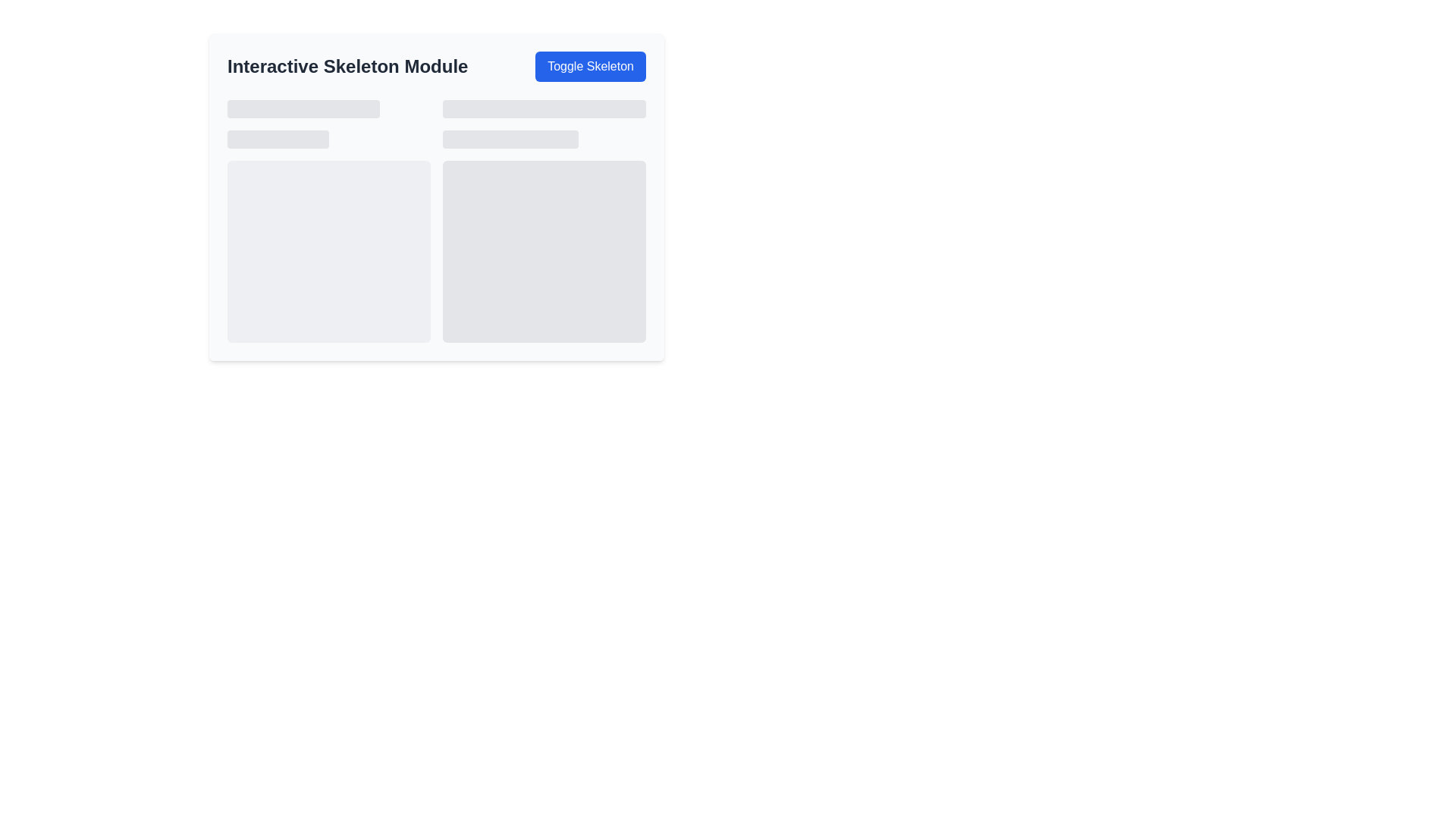  I want to click on the 'Toggle Skeleton' button with a blue background and rounded corners to observe style changes, so click(590, 66).